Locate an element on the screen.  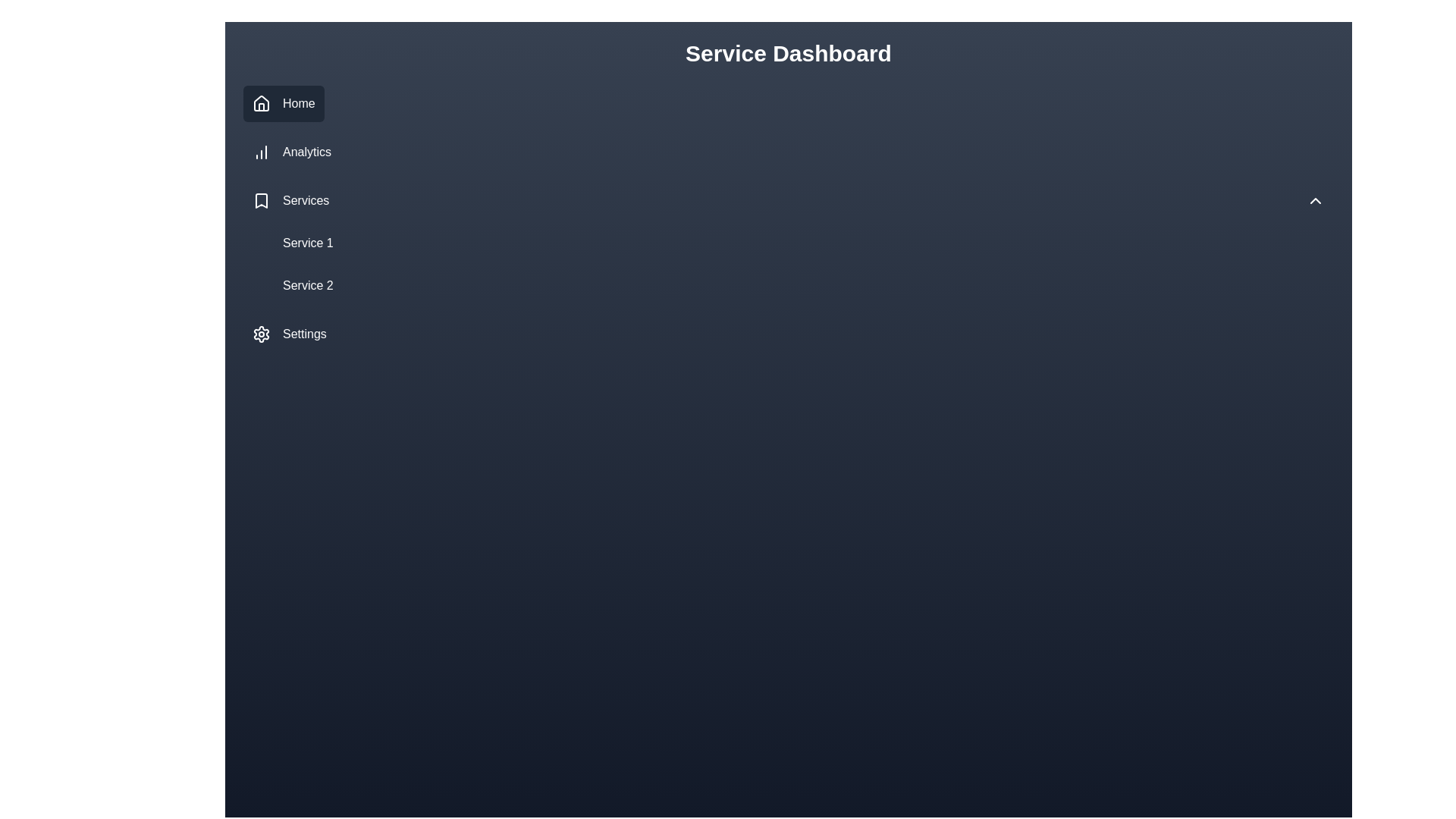
the gear-shaped icon located on the left-side navigation bar next to the 'Settings' text is located at coordinates (262, 333).